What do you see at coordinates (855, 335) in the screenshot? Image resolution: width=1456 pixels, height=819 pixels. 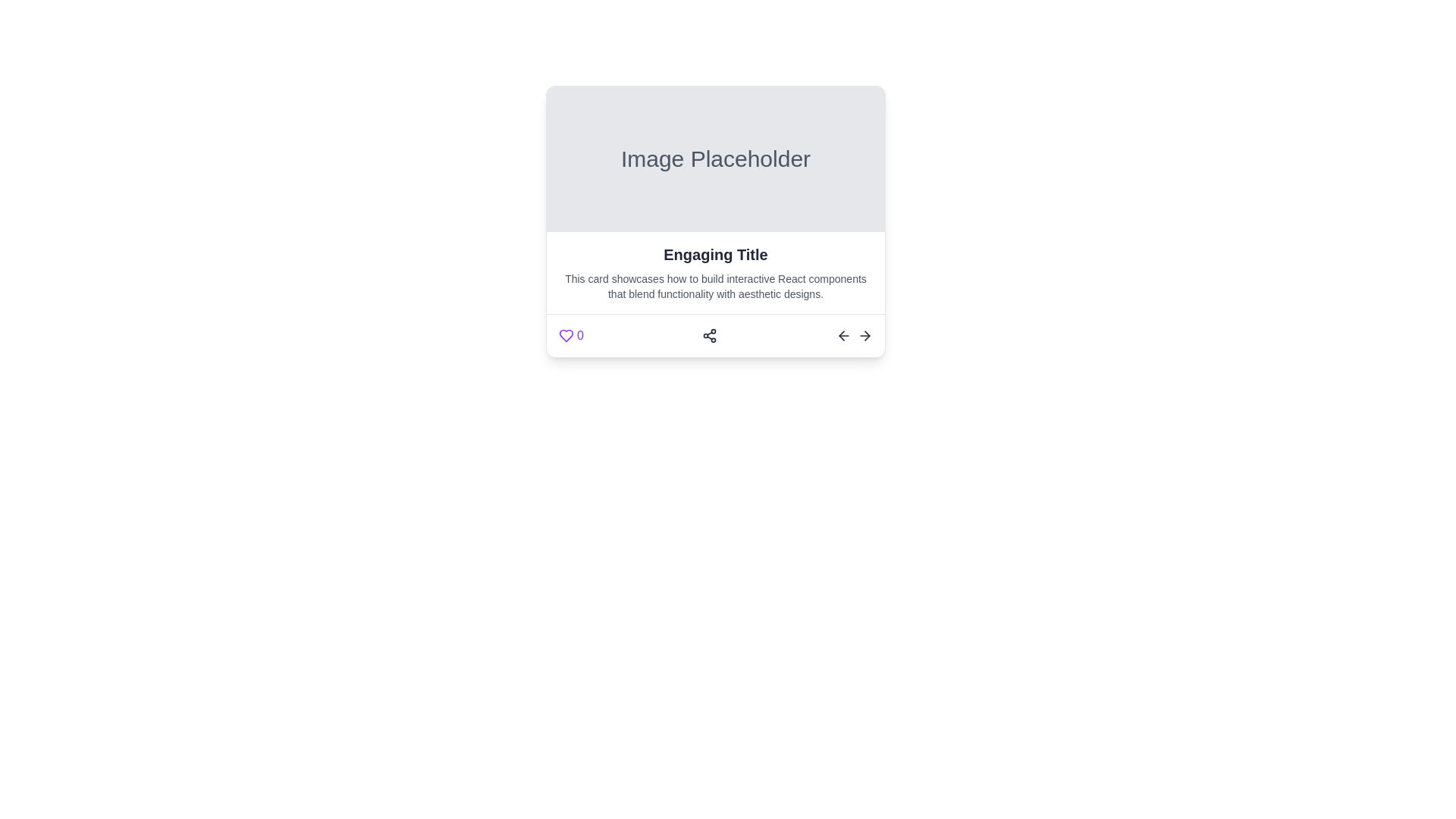 I see `the right arrow icon in the bottom-right section of the card component` at bounding box center [855, 335].